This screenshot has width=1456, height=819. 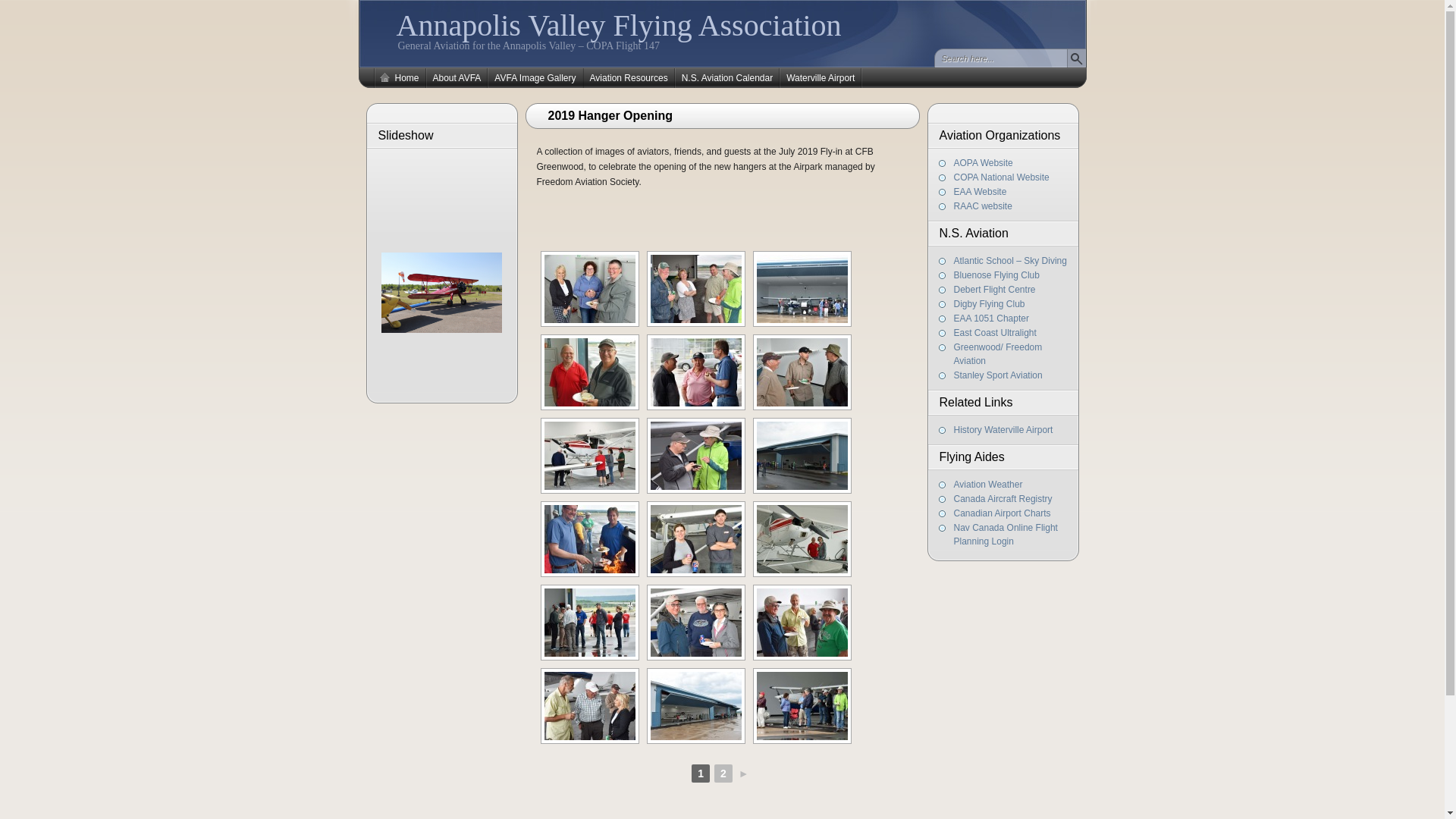 I want to click on 'Bluenose Flying Club', so click(x=952, y=275).